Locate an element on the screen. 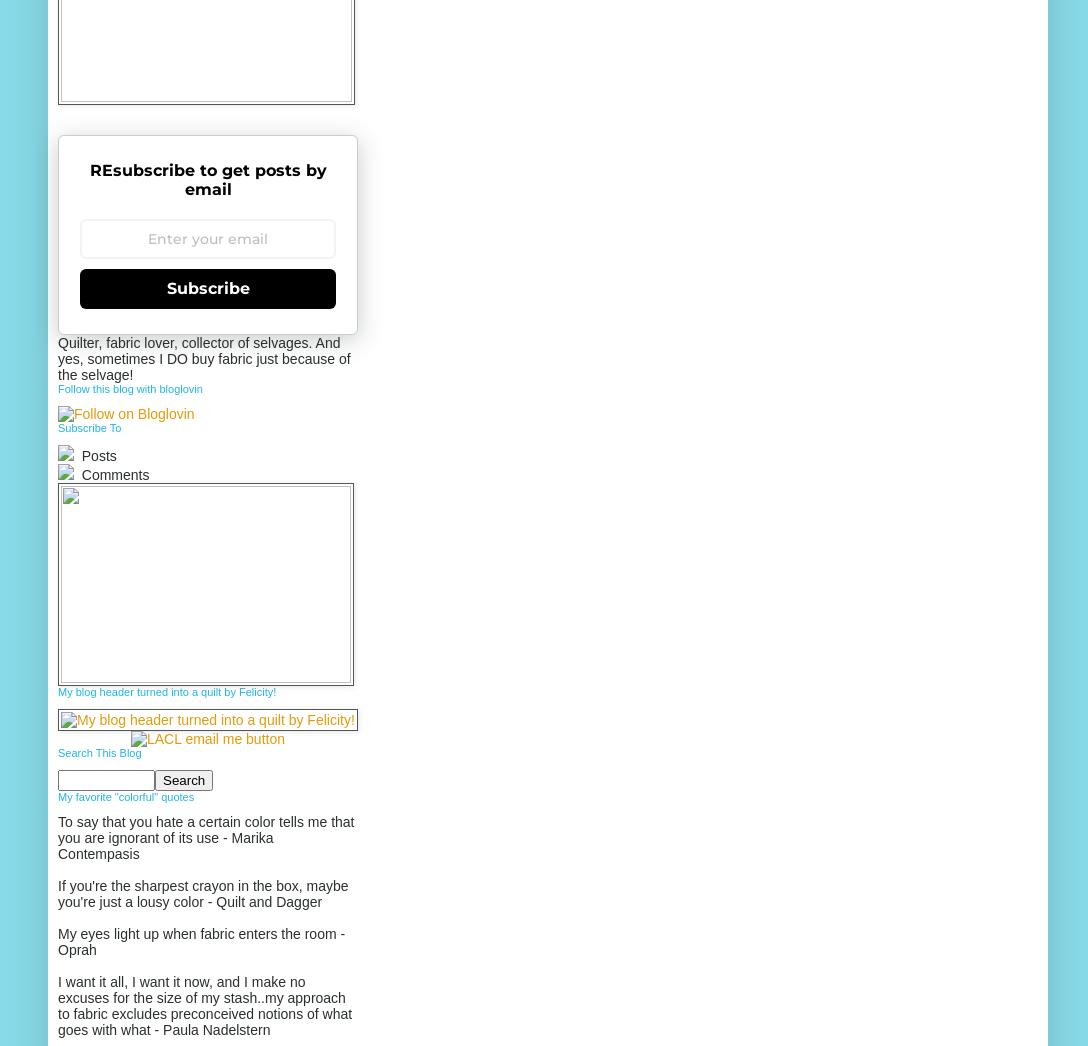 This screenshot has height=1046, width=1088. 'Posts' is located at coordinates (96, 454).